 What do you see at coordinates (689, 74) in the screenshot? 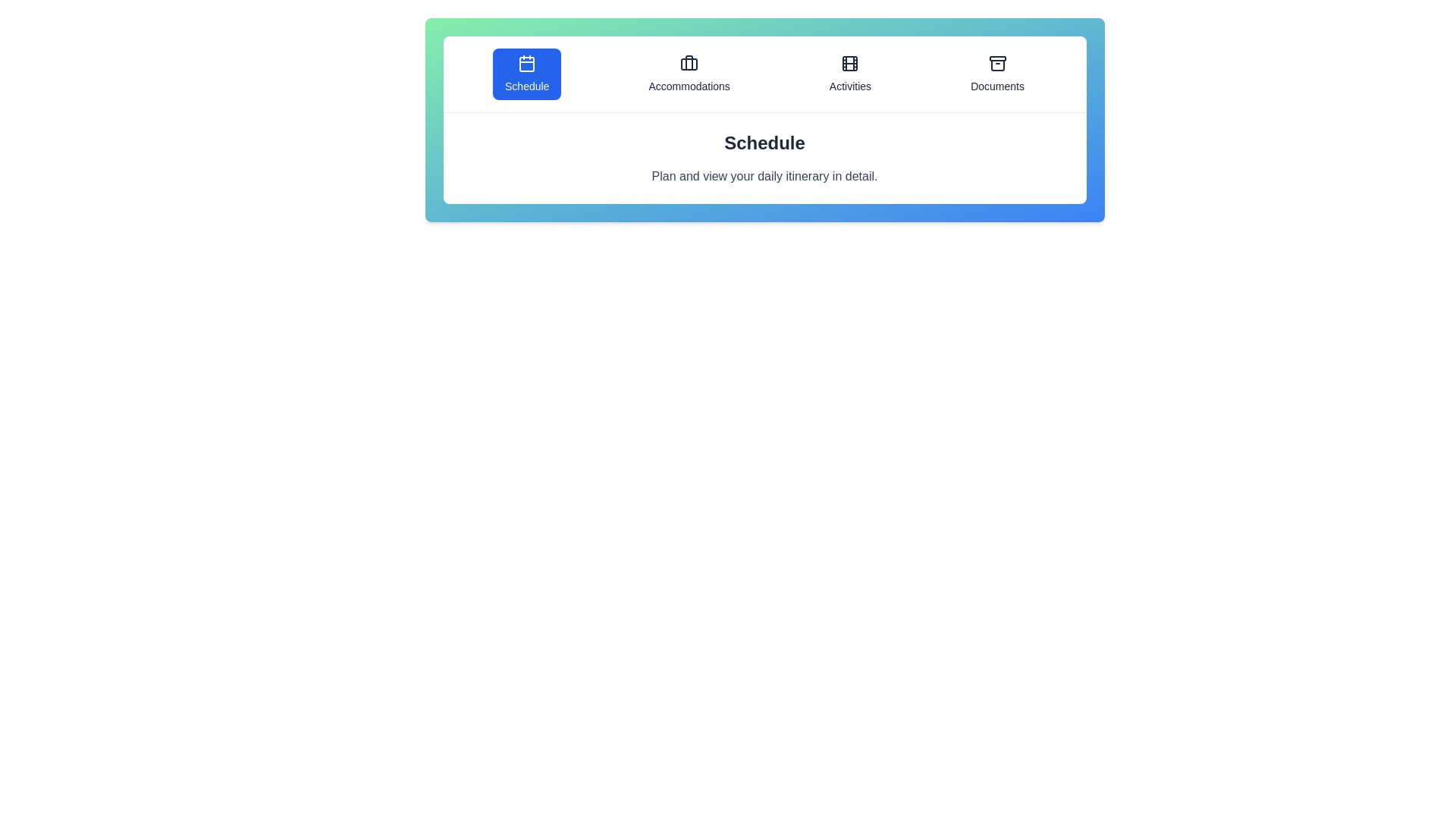
I see `the tab icon labeled Accommodations to display its tooltip` at bounding box center [689, 74].